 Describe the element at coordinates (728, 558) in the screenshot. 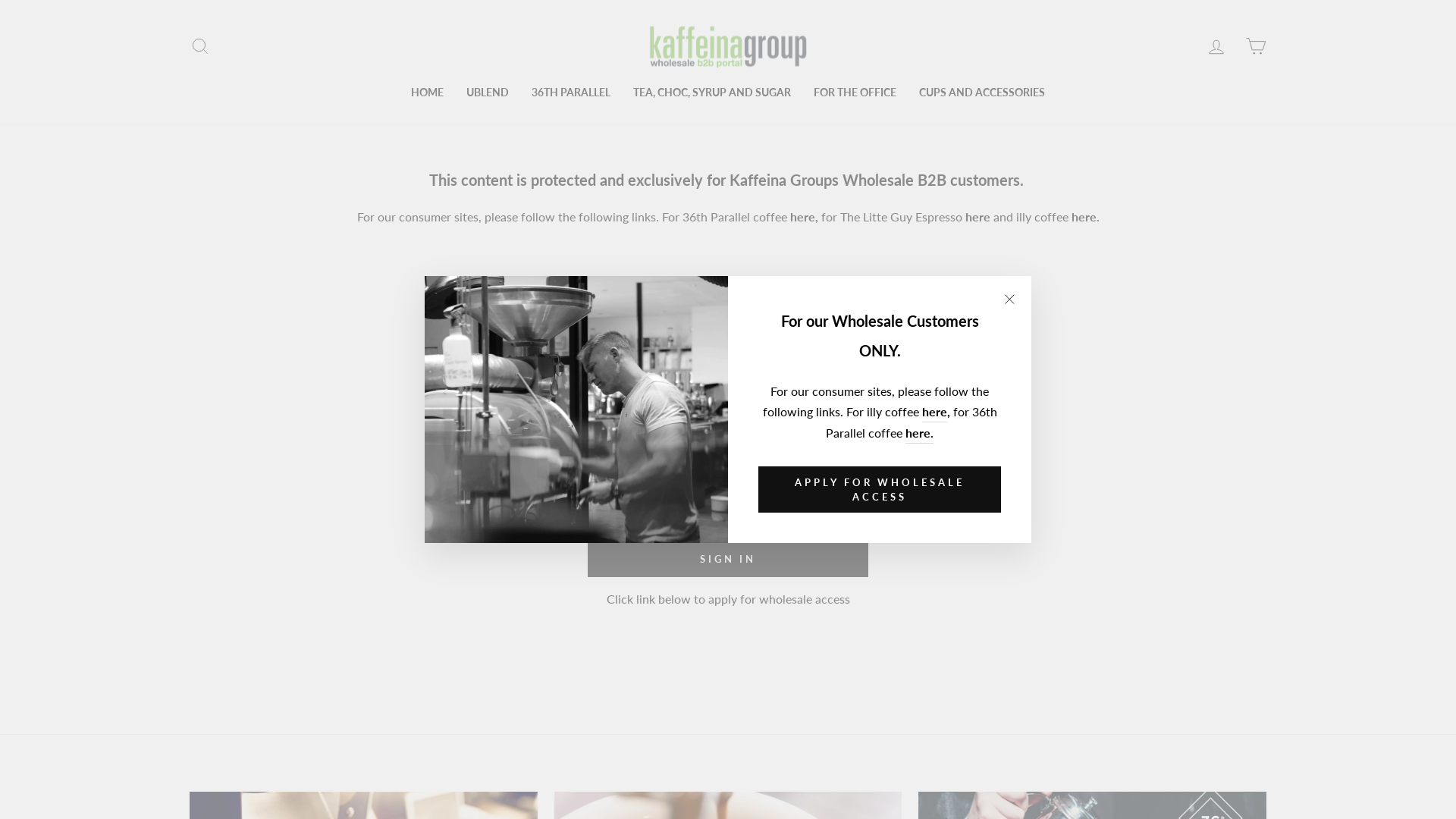

I see `'SIGN IN'` at that location.